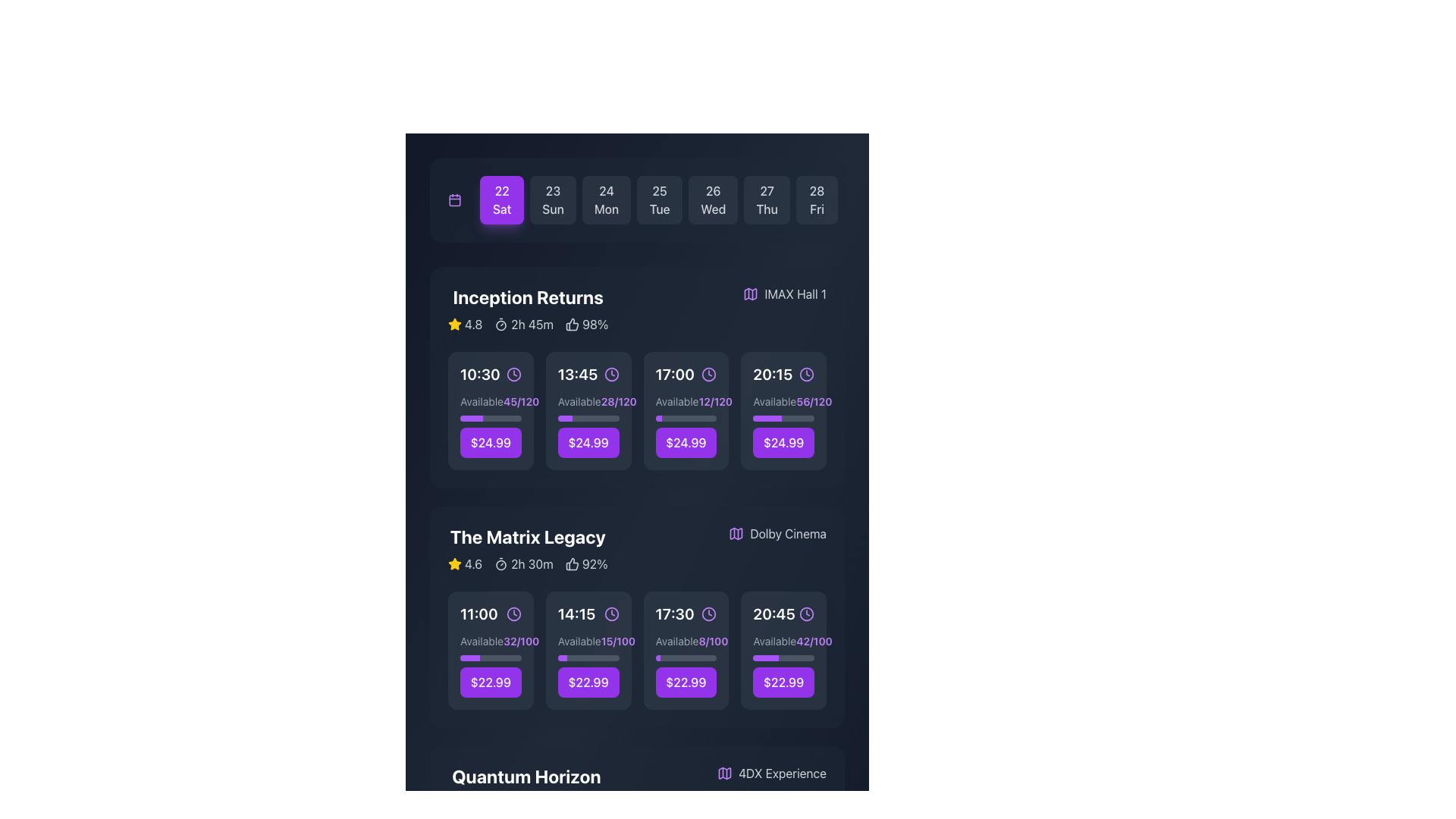 The height and width of the screenshot is (819, 1456). Describe the element at coordinates (469, 657) in the screenshot. I see `visual representation of the filled segment of the progress bar located under the time slot '11:00' in 'The Matrix Legacy' section, which indicates 32% progress` at that location.